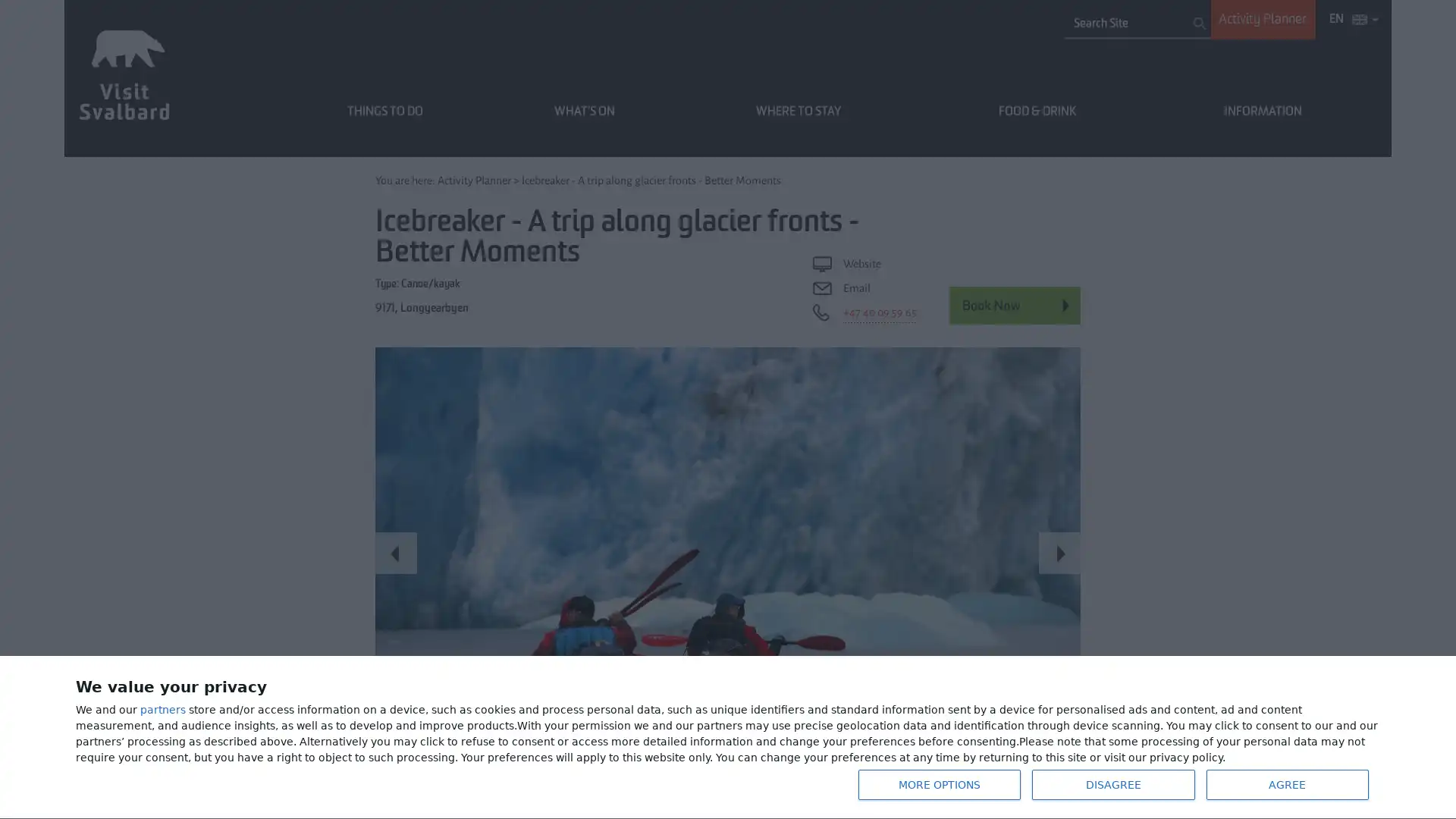  What do you see at coordinates (1199, 23) in the screenshot?
I see `submit` at bounding box center [1199, 23].